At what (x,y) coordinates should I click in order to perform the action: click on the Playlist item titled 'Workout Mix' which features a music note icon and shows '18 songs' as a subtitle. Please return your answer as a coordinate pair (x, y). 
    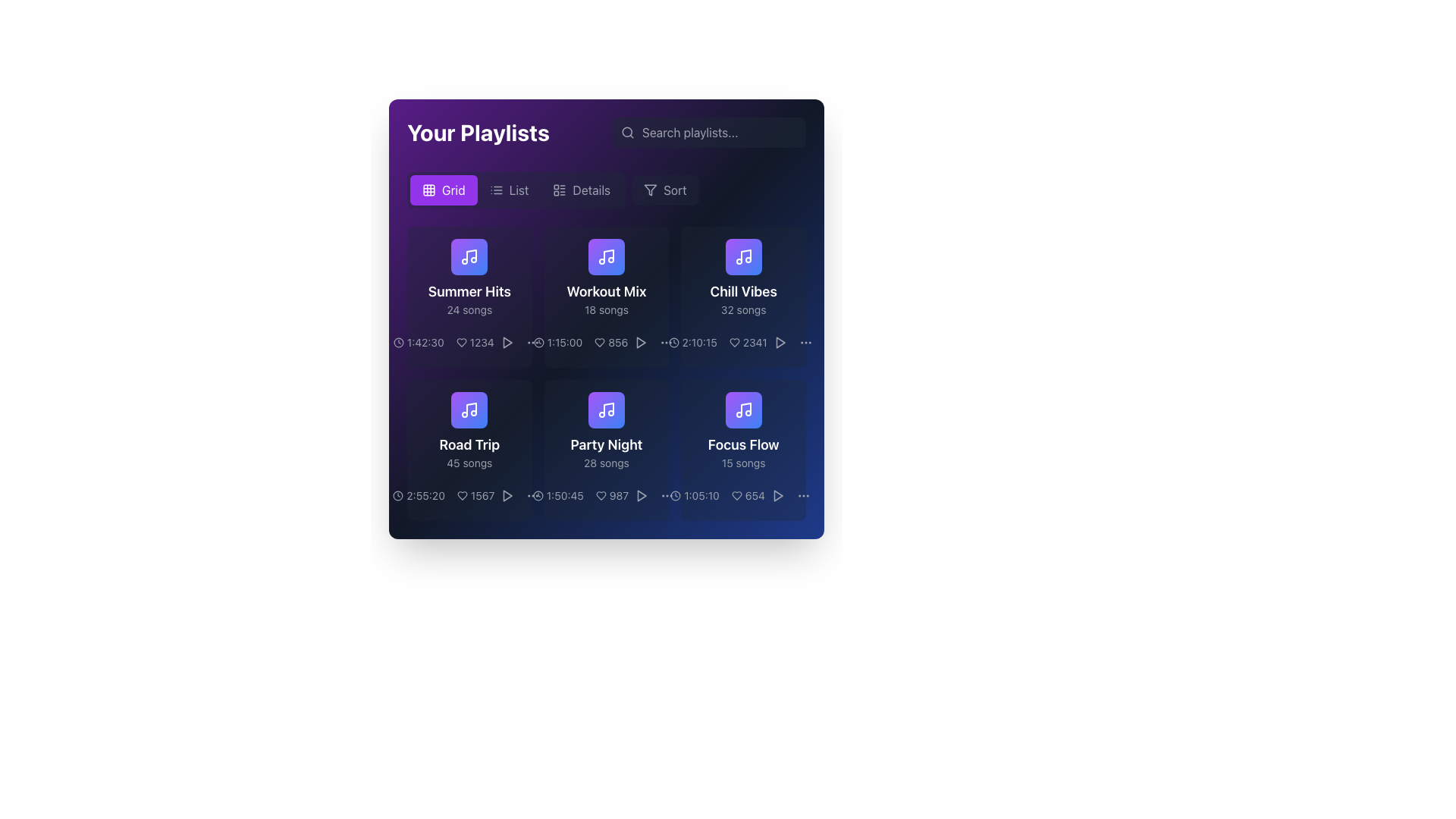
    Looking at the image, I should click on (607, 278).